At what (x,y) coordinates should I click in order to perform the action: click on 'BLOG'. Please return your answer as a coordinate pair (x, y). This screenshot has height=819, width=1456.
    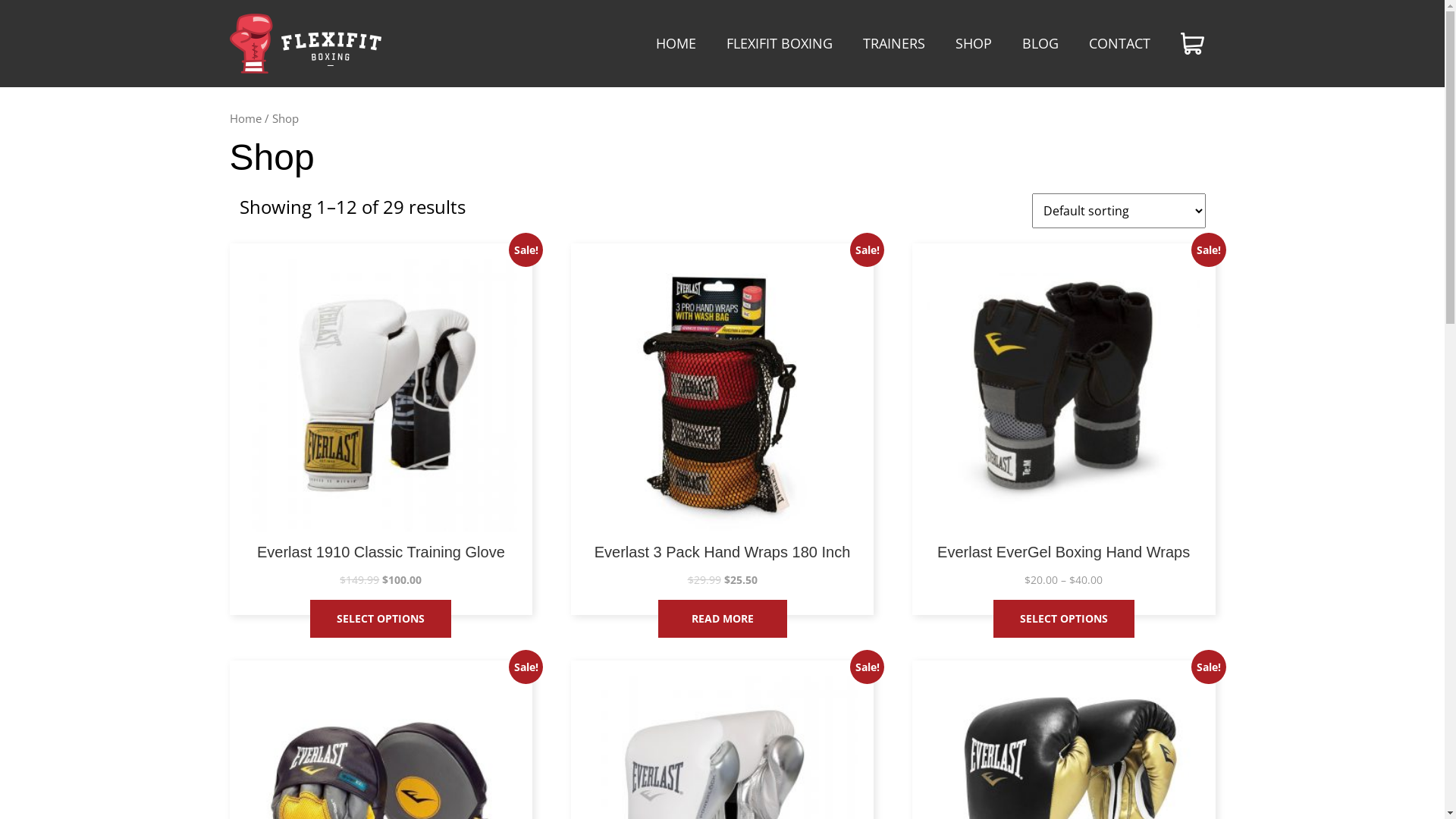
    Looking at the image, I should click on (1040, 42).